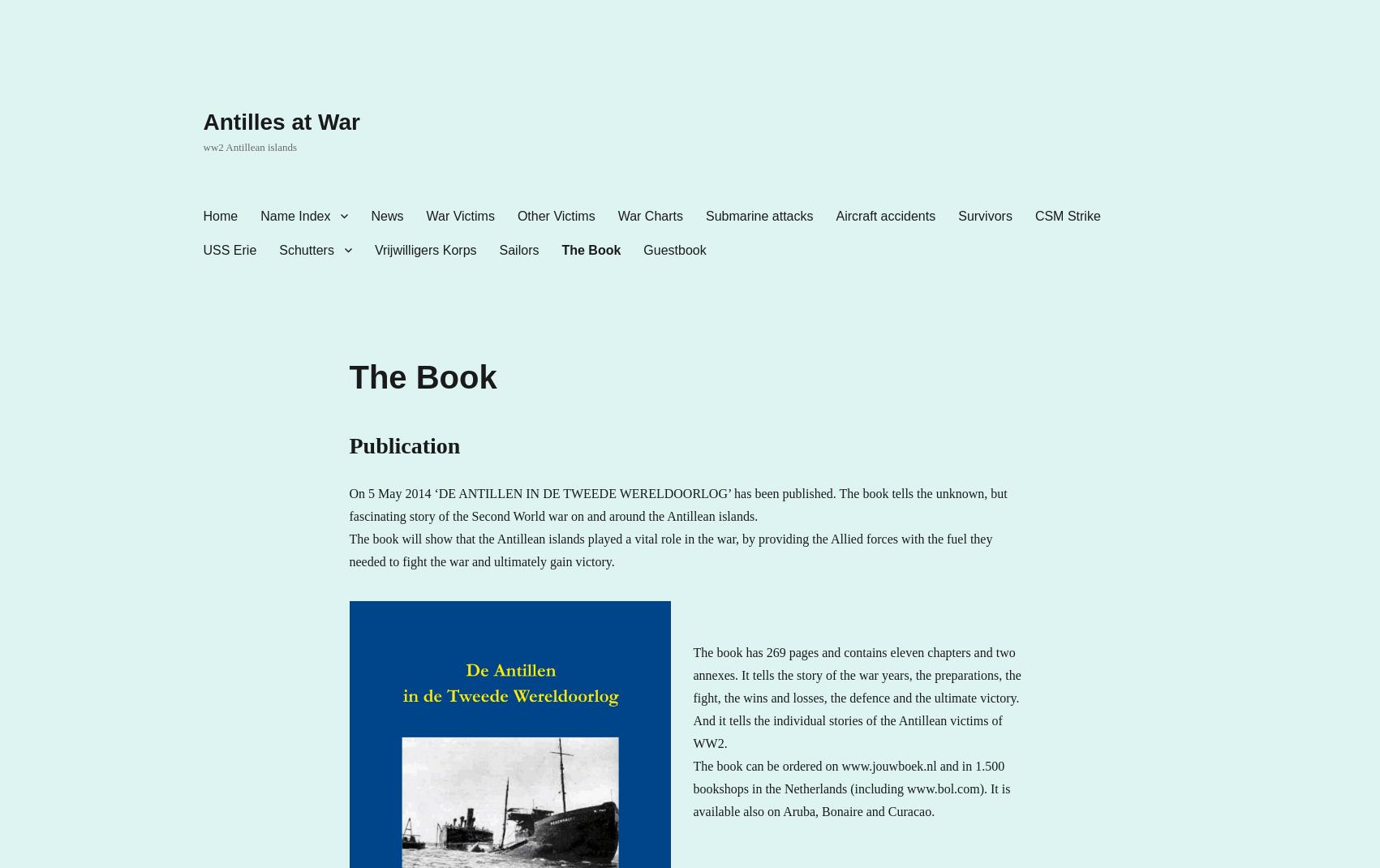 The height and width of the screenshot is (868, 1380). What do you see at coordinates (758, 214) in the screenshot?
I see `'Submarine attacks'` at bounding box center [758, 214].